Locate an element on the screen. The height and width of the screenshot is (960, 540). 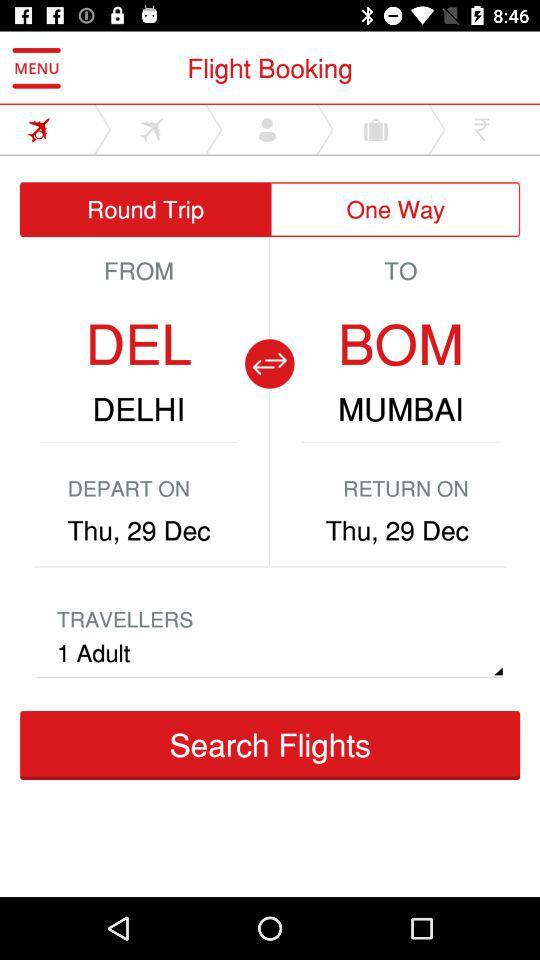
the icon next to the round trip item is located at coordinates (395, 209).